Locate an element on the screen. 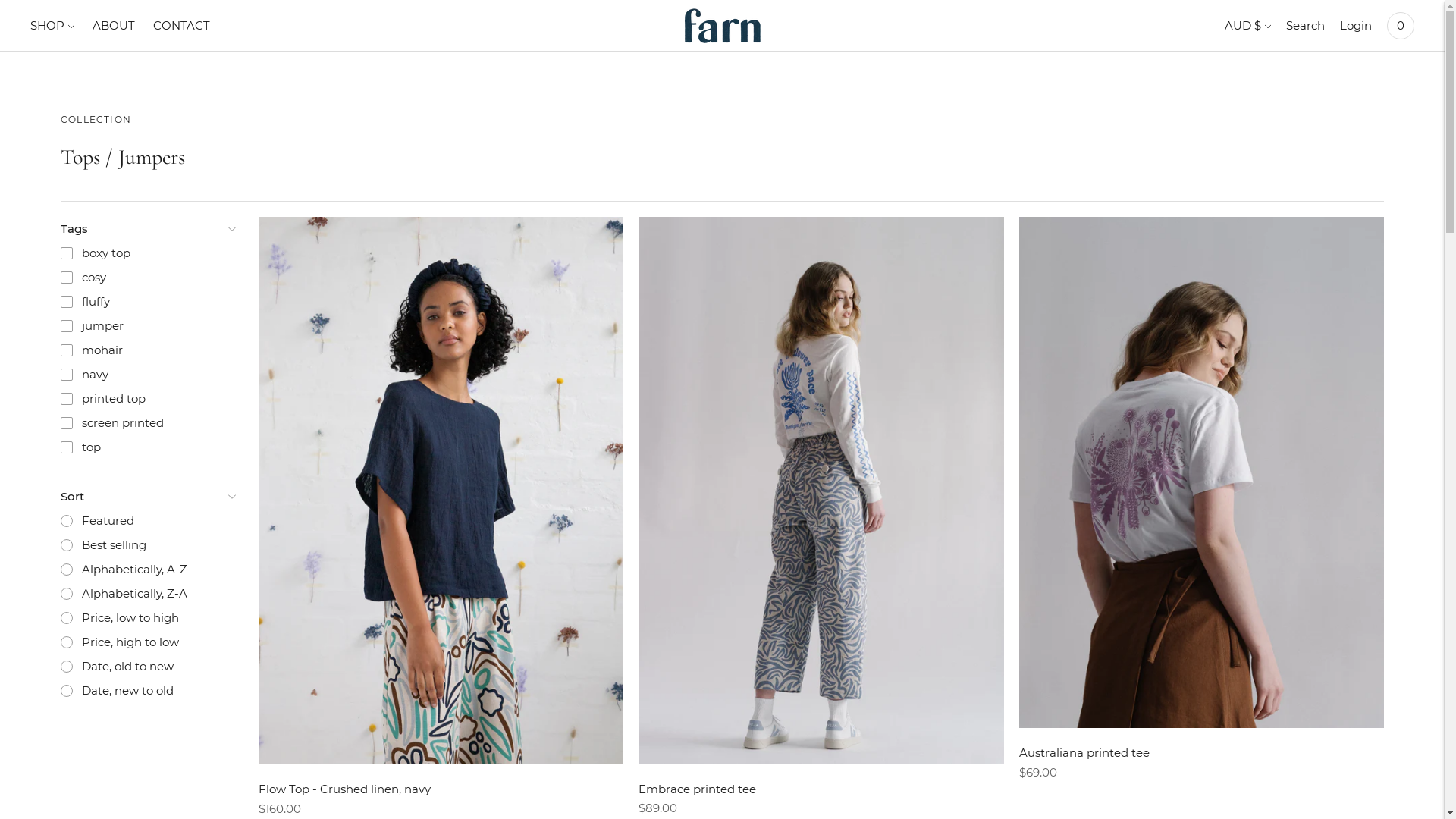 The height and width of the screenshot is (819, 1456). 'Flow Top - Crushed linen, navy' is located at coordinates (344, 788).